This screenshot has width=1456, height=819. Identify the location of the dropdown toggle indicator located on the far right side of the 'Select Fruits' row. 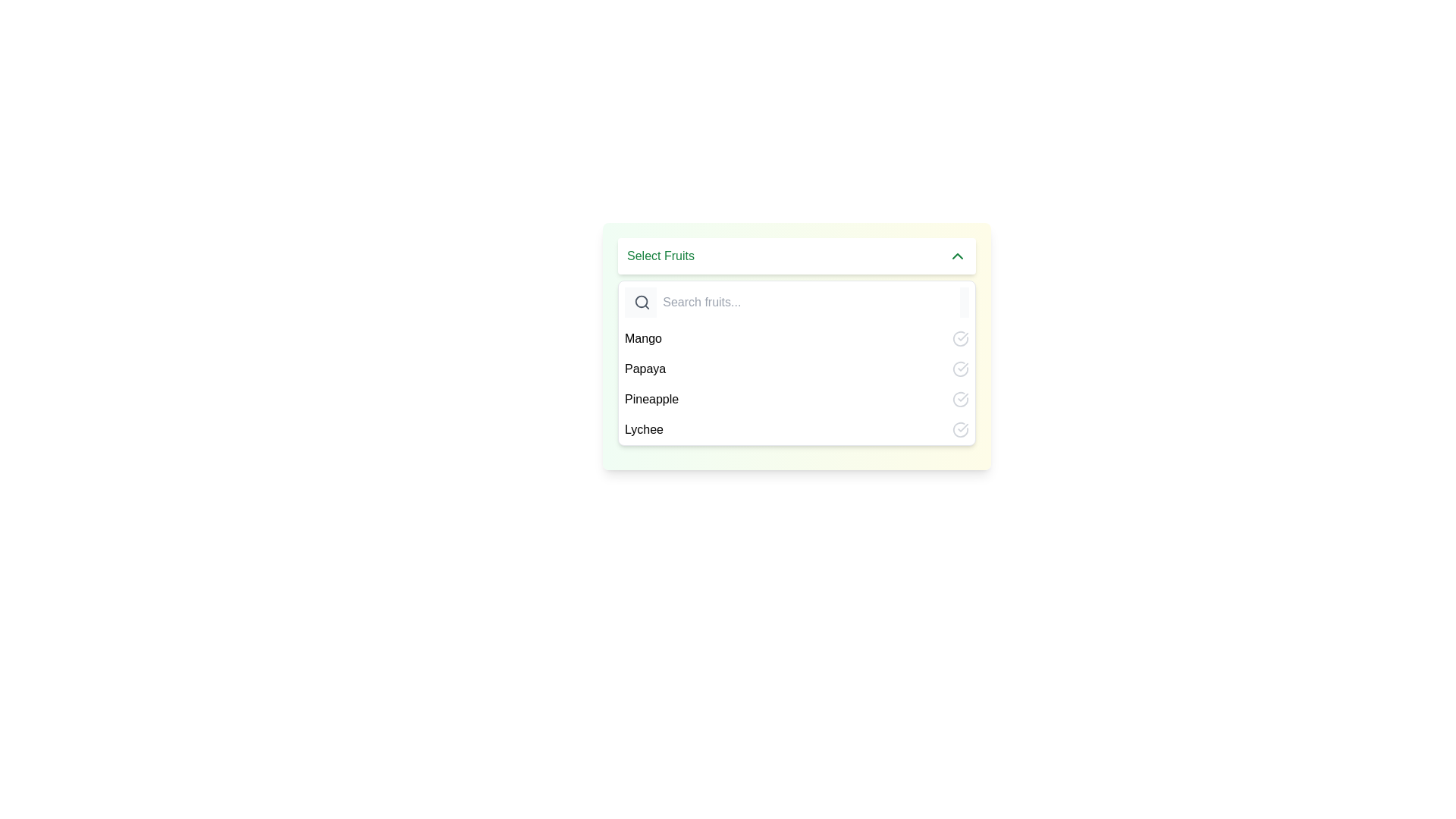
(956, 256).